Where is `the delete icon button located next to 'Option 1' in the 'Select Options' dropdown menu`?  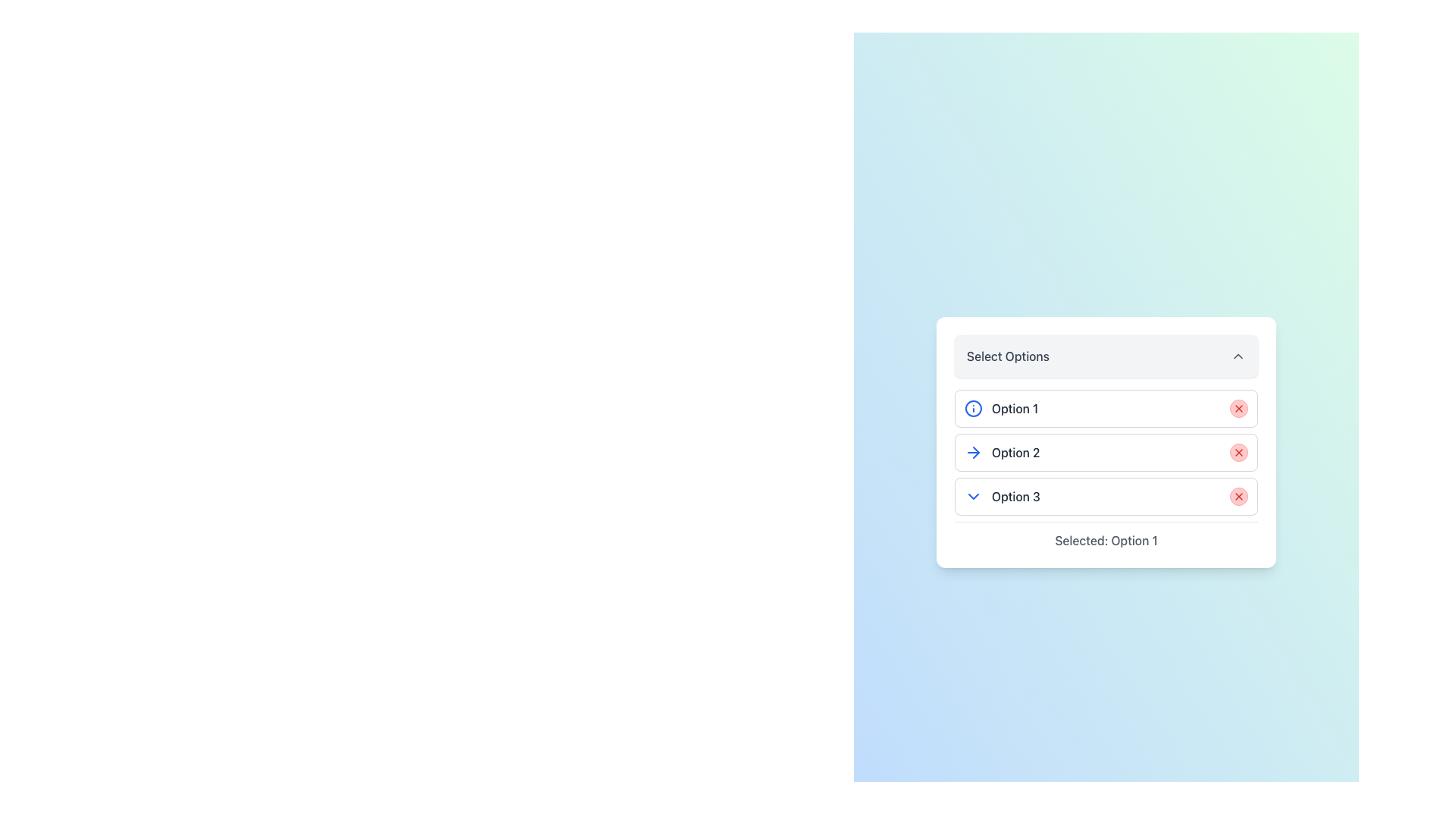 the delete icon button located next to 'Option 1' in the 'Select Options' dropdown menu is located at coordinates (1238, 406).